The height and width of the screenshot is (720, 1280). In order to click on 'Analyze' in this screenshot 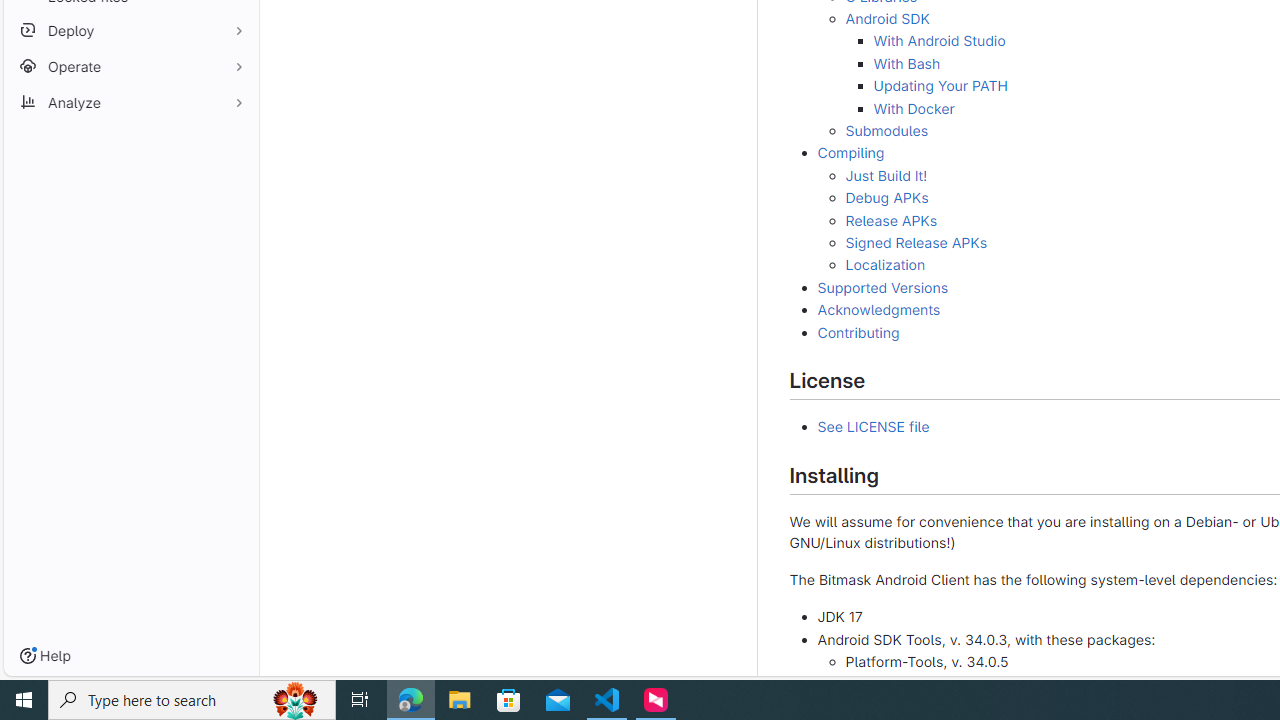, I will do `click(130, 102)`.